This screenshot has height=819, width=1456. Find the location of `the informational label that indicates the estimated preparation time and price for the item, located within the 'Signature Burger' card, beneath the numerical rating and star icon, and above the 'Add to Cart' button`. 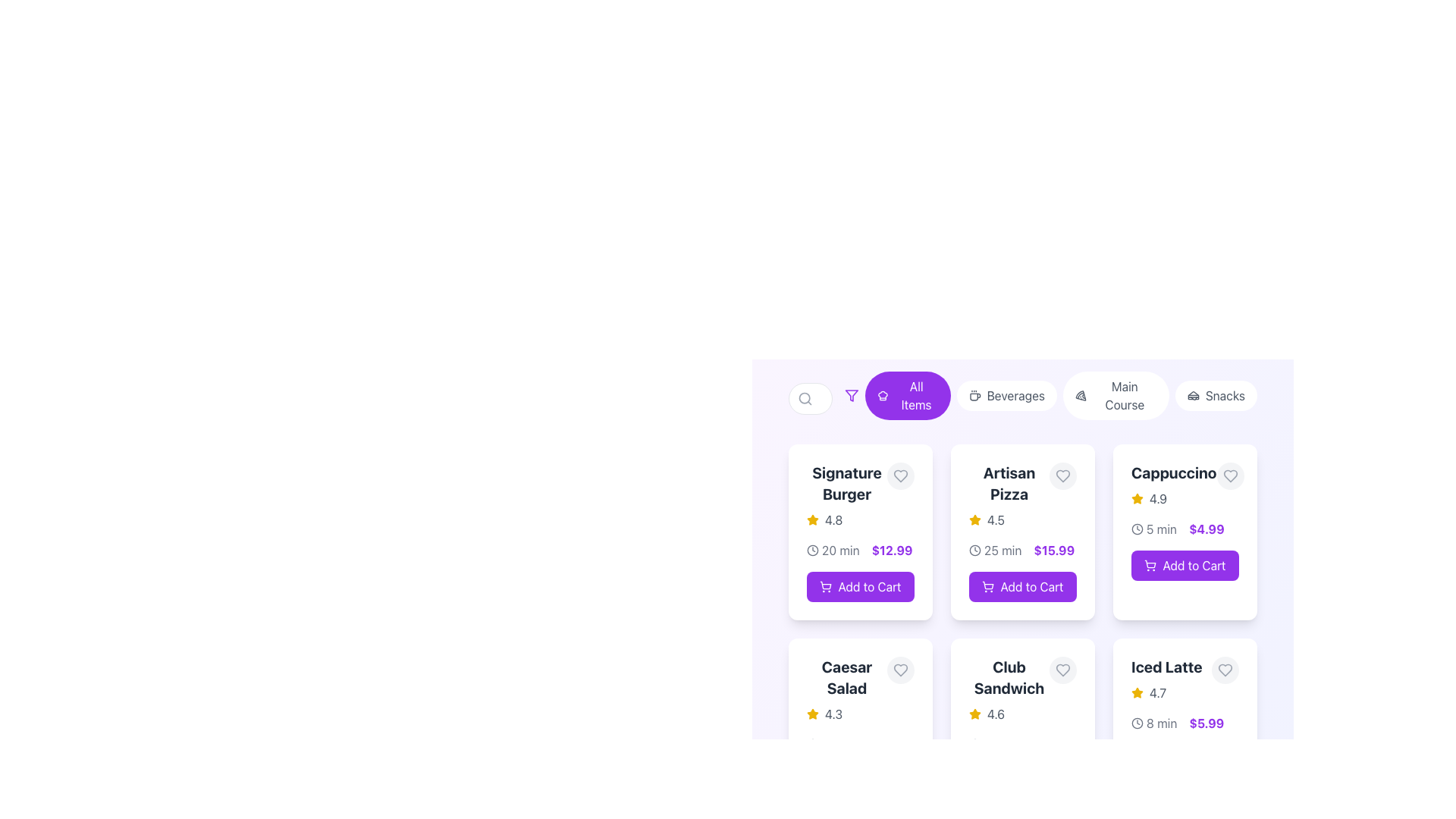

the informational label that indicates the estimated preparation time and price for the item, located within the 'Signature Burger' card, beneath the numerical rating and star icon, and above the 'Add to Cart' button is located at coordinates (860, 550).